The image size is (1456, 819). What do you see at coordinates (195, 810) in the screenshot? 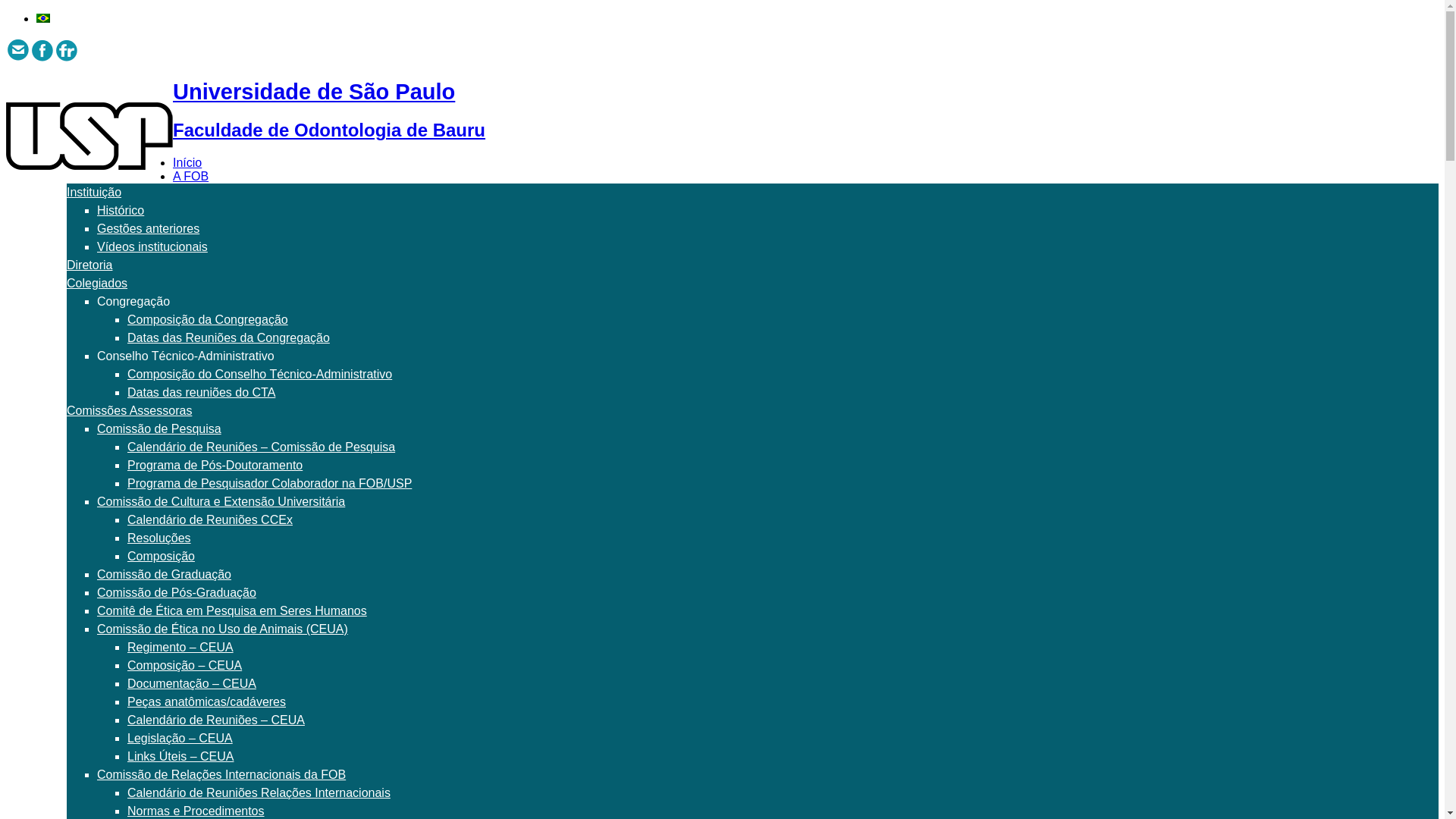
I see `'Normas e Procedimentos'` at bounding box center [195, 810].